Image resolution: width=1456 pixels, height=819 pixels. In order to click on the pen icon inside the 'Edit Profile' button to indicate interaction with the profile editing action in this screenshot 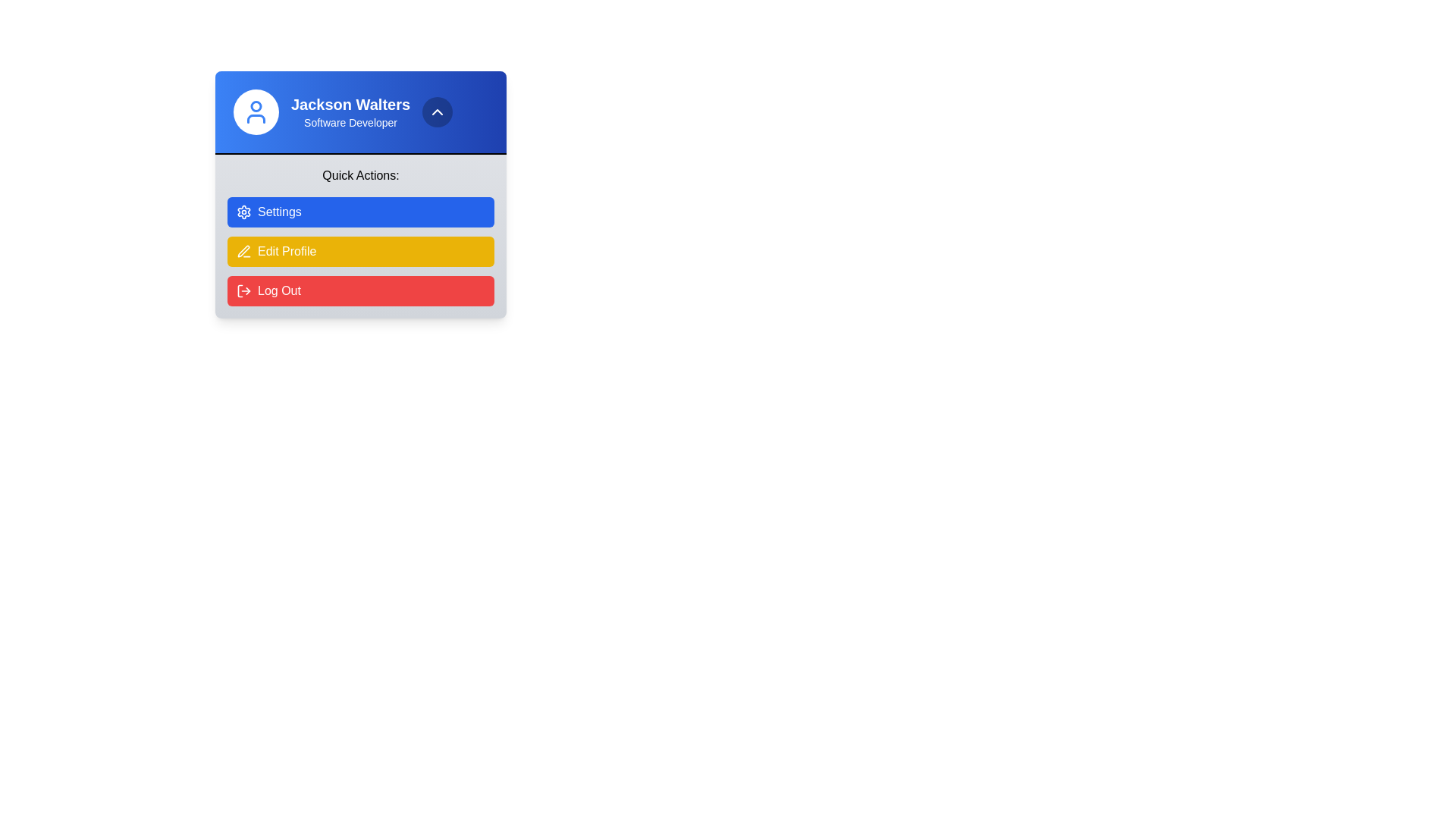, I will do `click(243, 250)`.